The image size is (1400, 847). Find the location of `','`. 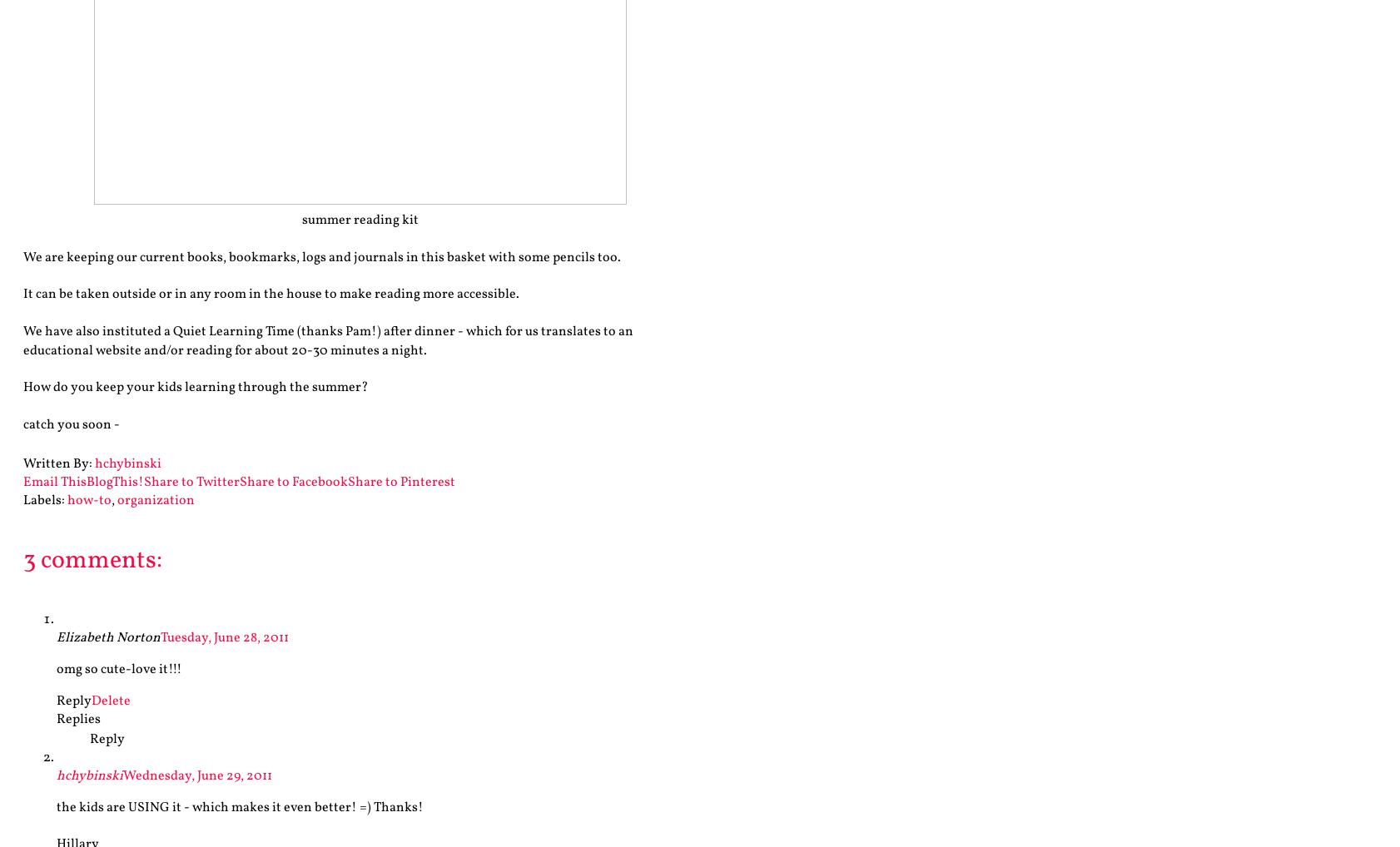

',' is located at coordinates (111, 500).